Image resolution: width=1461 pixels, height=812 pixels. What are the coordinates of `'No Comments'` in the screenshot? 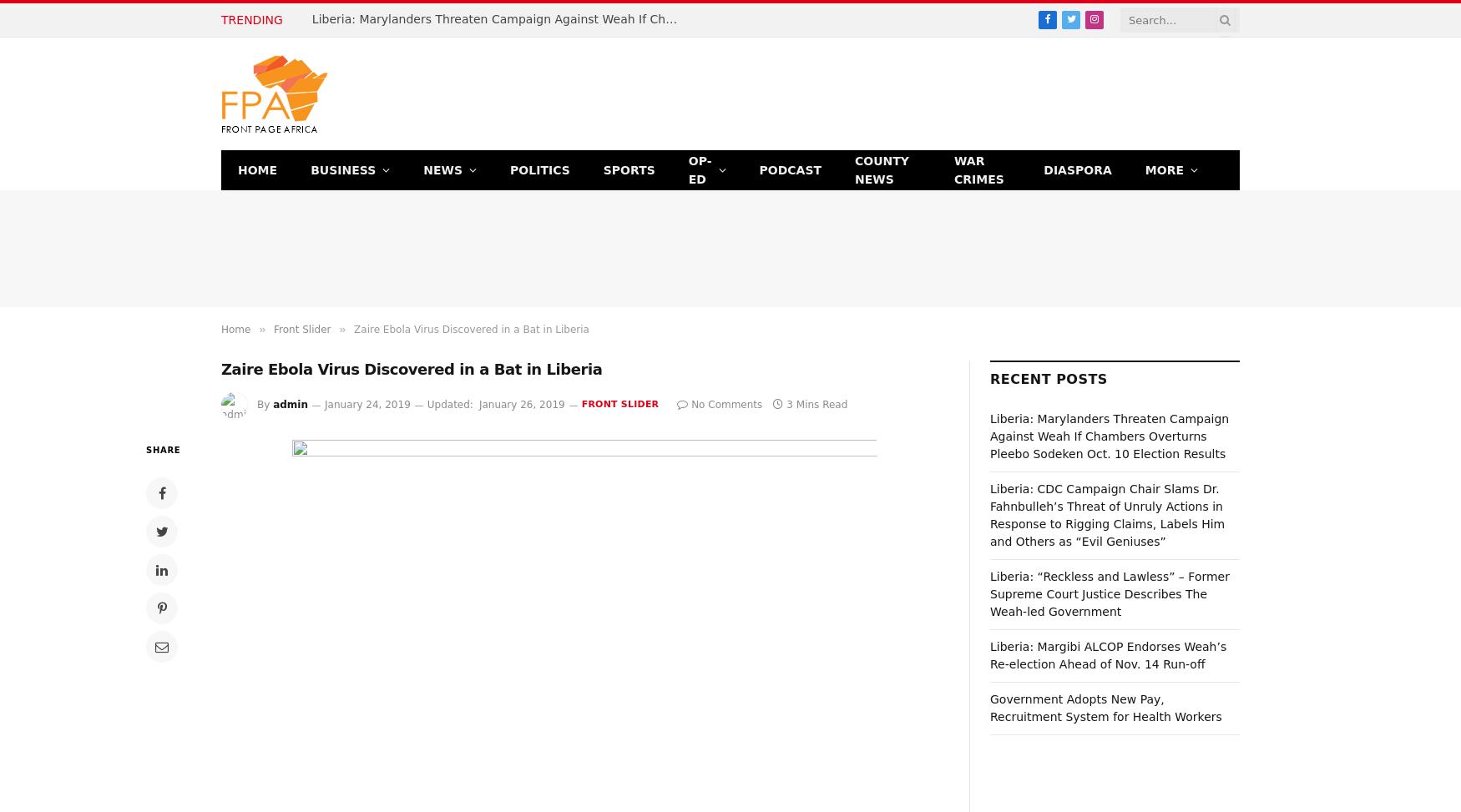 It's located at (726, 405).